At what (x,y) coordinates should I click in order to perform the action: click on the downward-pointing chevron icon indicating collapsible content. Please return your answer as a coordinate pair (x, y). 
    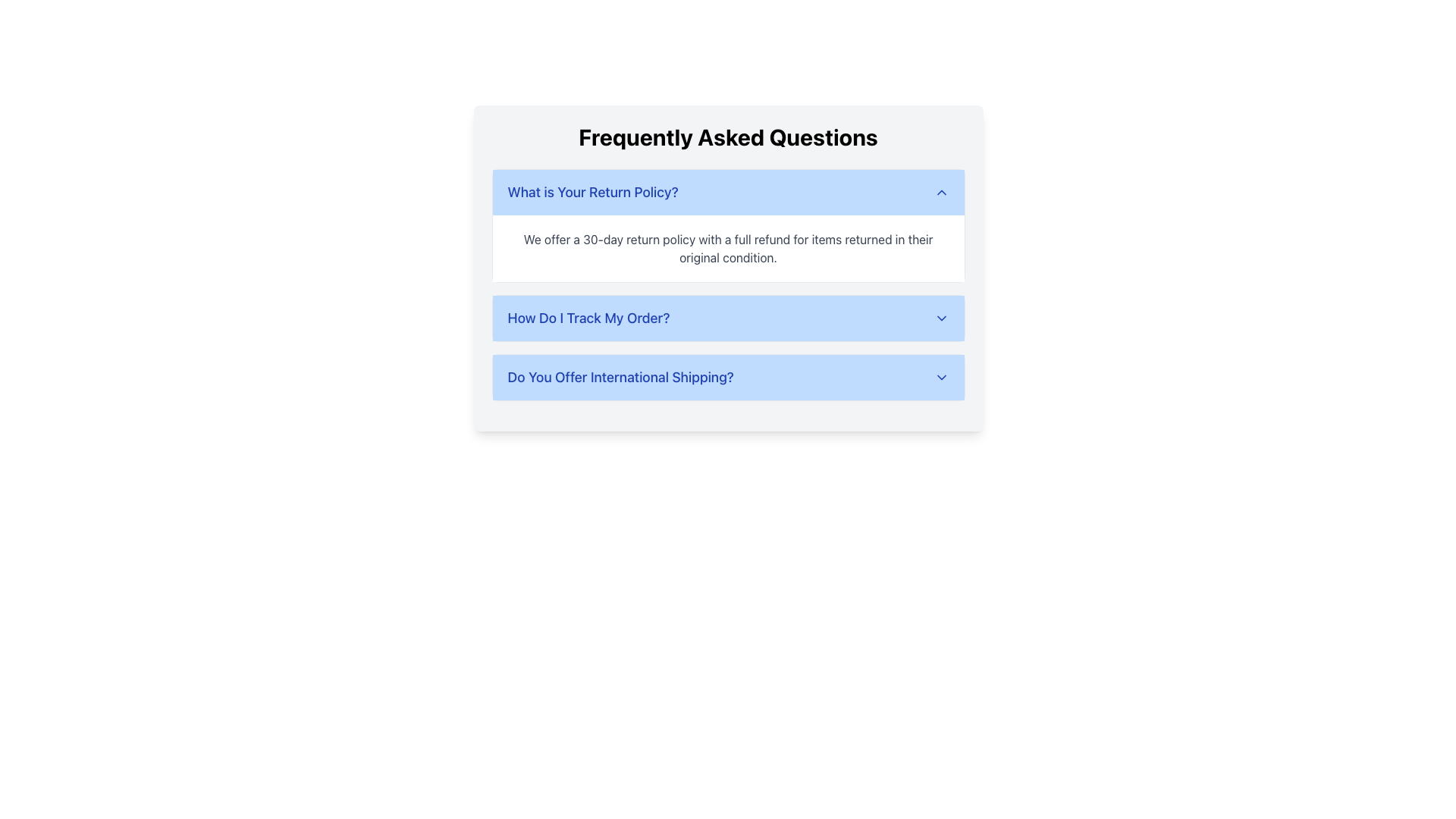
    Looking at the image, I should click on (940, 318).